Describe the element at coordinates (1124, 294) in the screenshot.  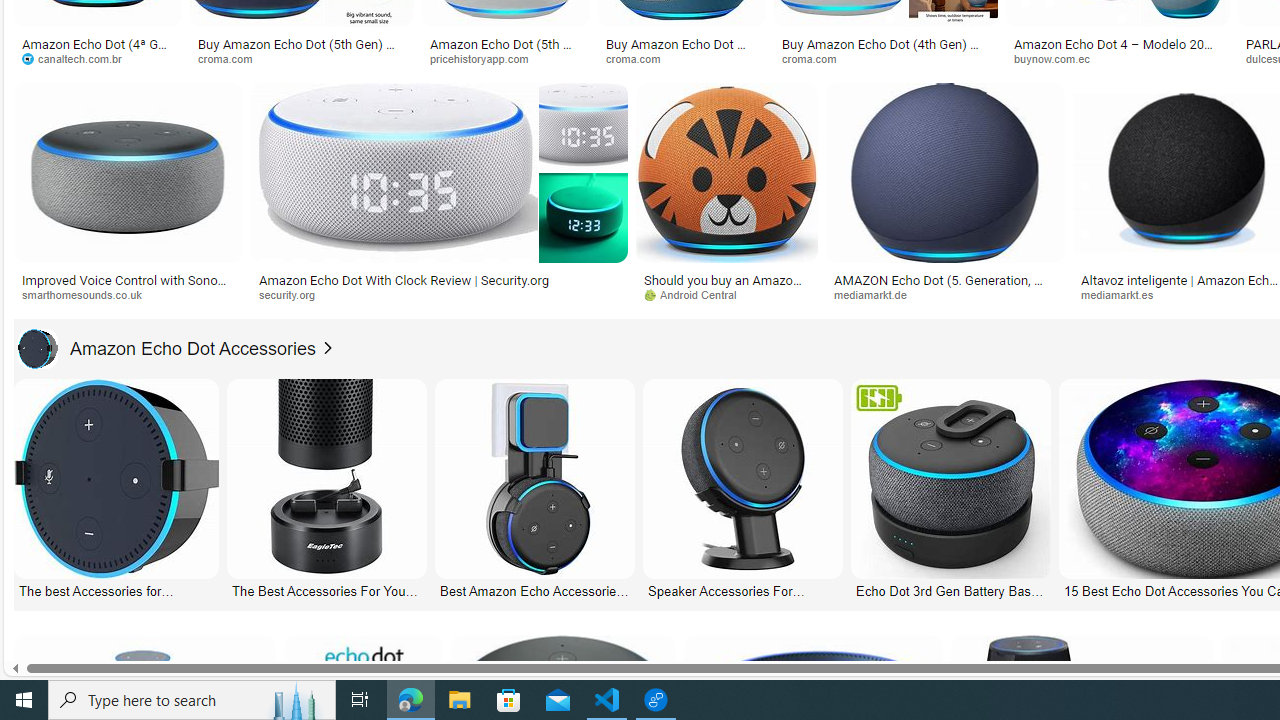
I see `'mediamarkt.es'` at that location.